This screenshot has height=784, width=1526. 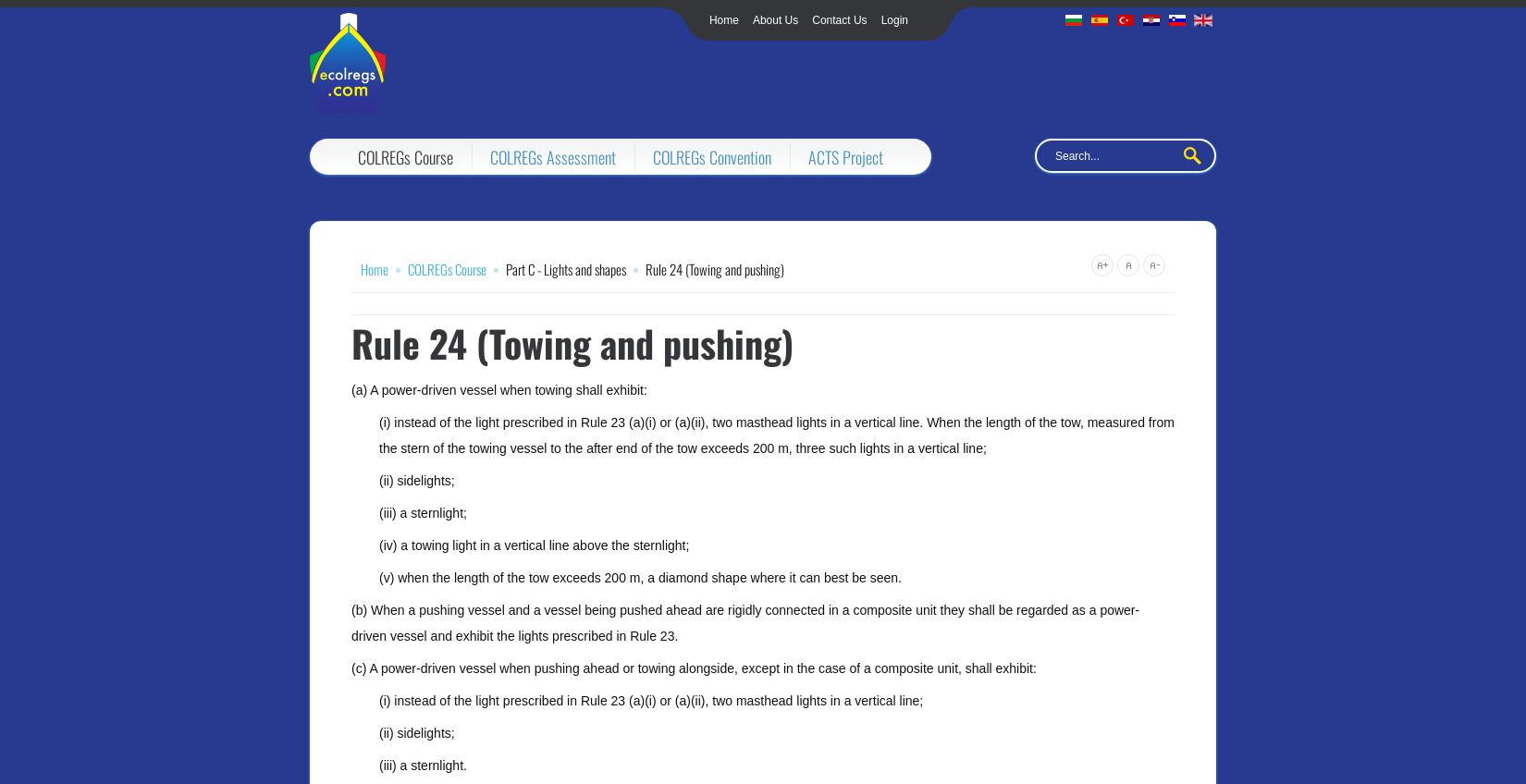 What do you see at coordinates (650, 700) in the screenshot?
I see `'(i) instead of the light prescribed in Rule 23 (a)(i) or (a)(ii), two masthead lights in a vertical line;'` at bounding box center [650, 700].